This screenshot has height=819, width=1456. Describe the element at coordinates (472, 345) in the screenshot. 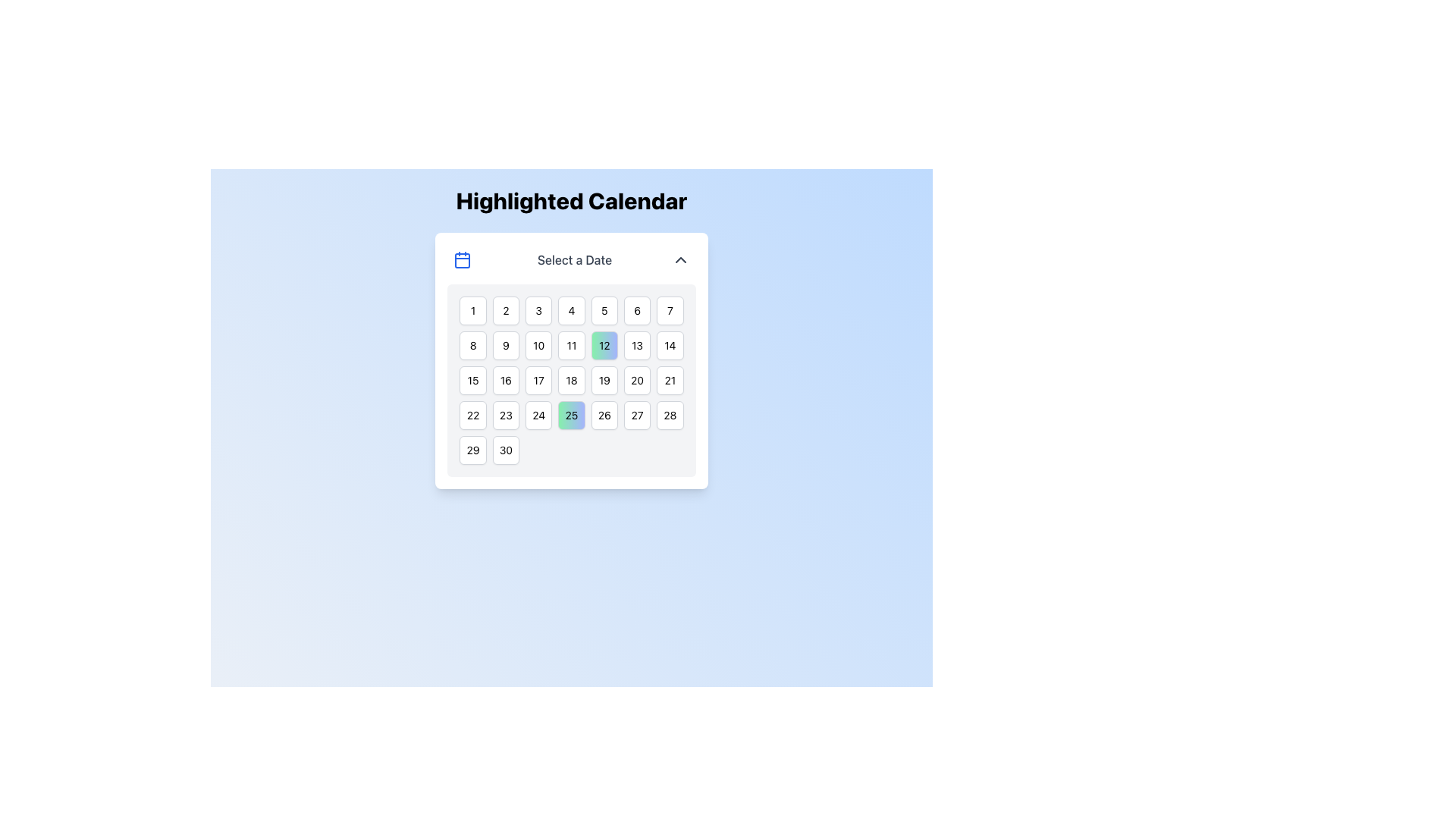

I see `the calendar day selector button for the 8th day of the month` at that location.